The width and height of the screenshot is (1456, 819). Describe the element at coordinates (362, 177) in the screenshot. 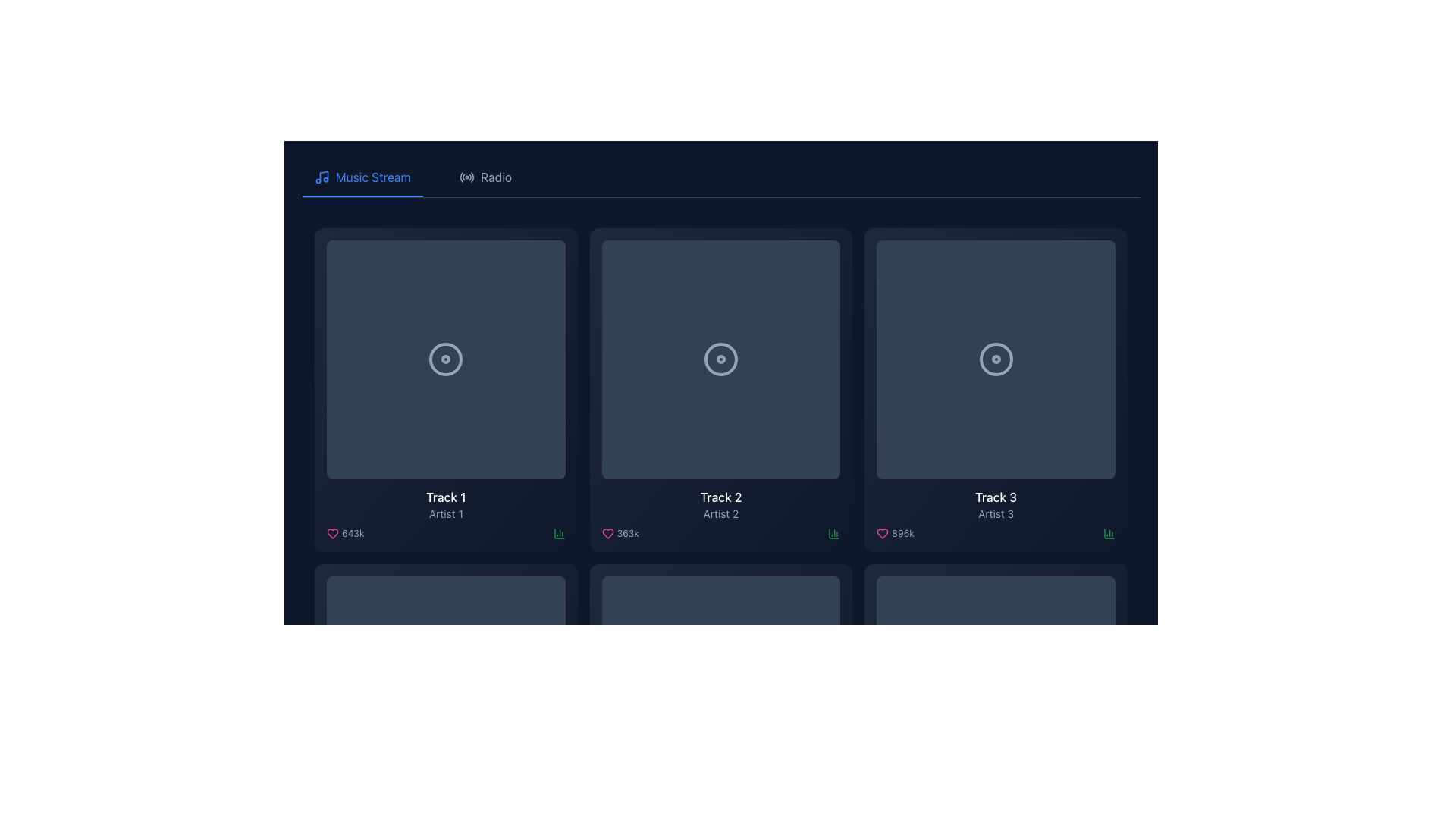

I see `the active 'Music Stream' navigation tab, which is styled in blue with a music note icon and is the first tab in the navigation bar` at that location.